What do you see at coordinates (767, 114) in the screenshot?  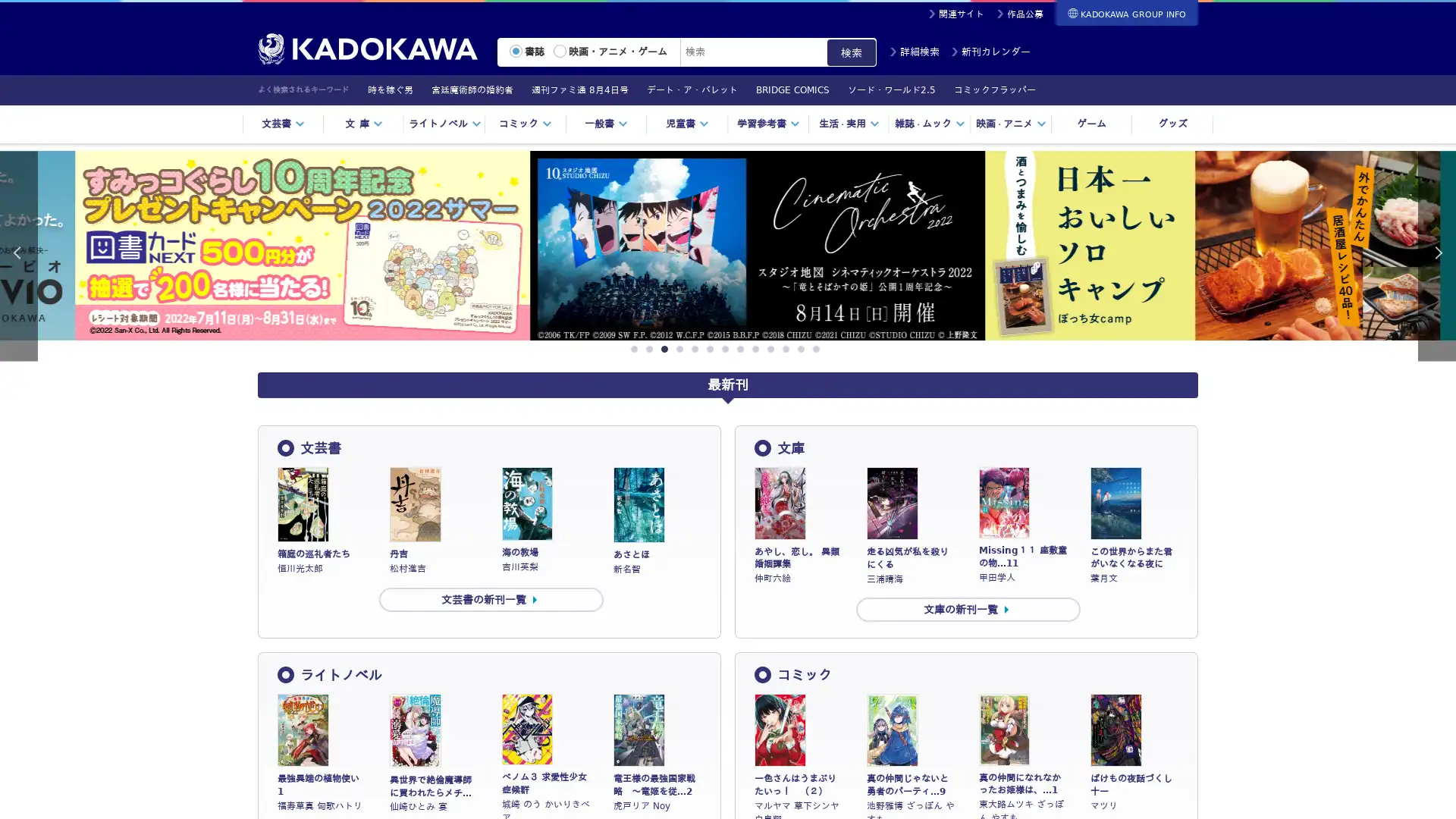 I see `? 3` at bounding box center [767, 114].